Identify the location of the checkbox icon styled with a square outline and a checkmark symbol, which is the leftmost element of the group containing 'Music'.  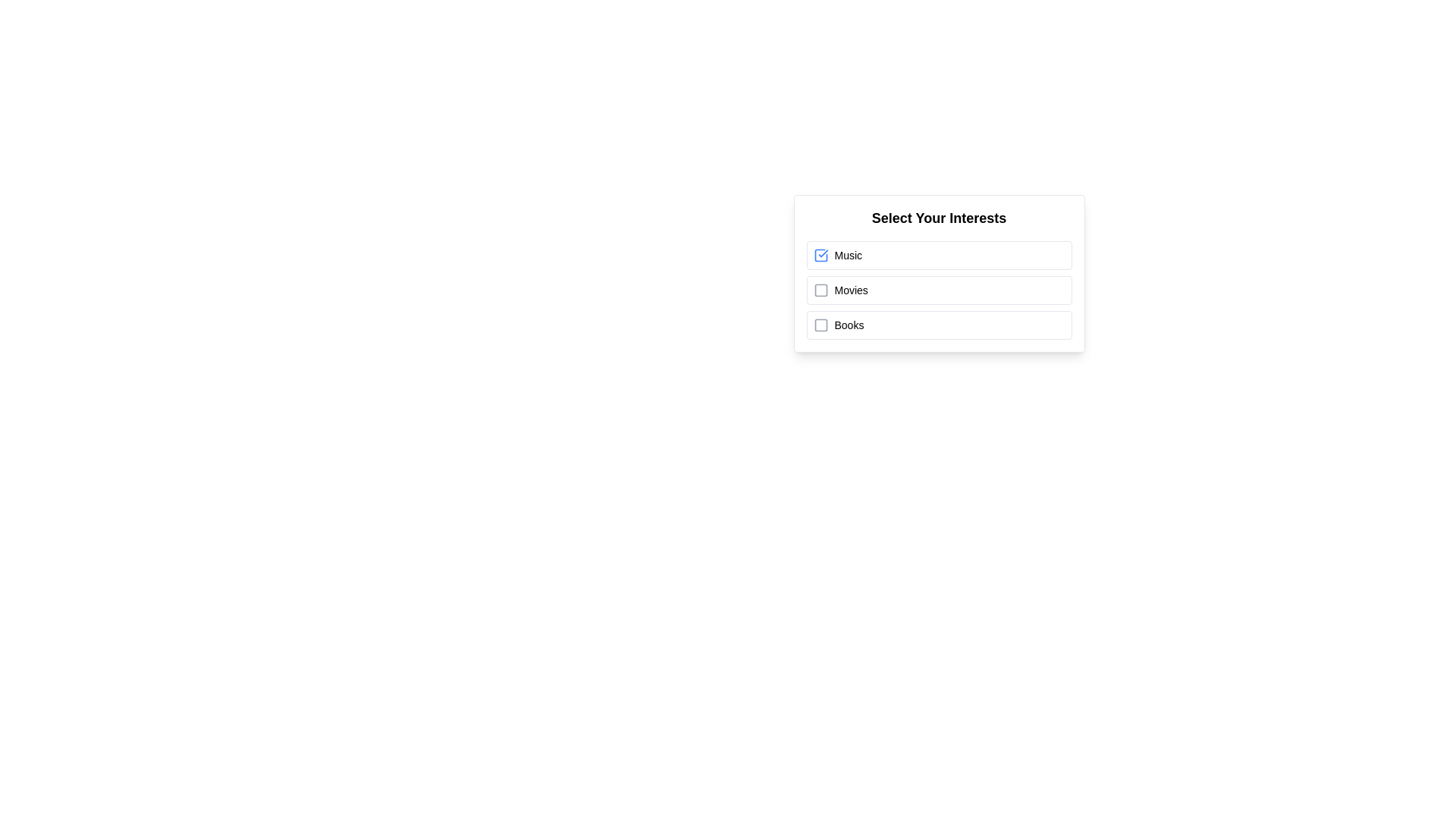
(820, 254).